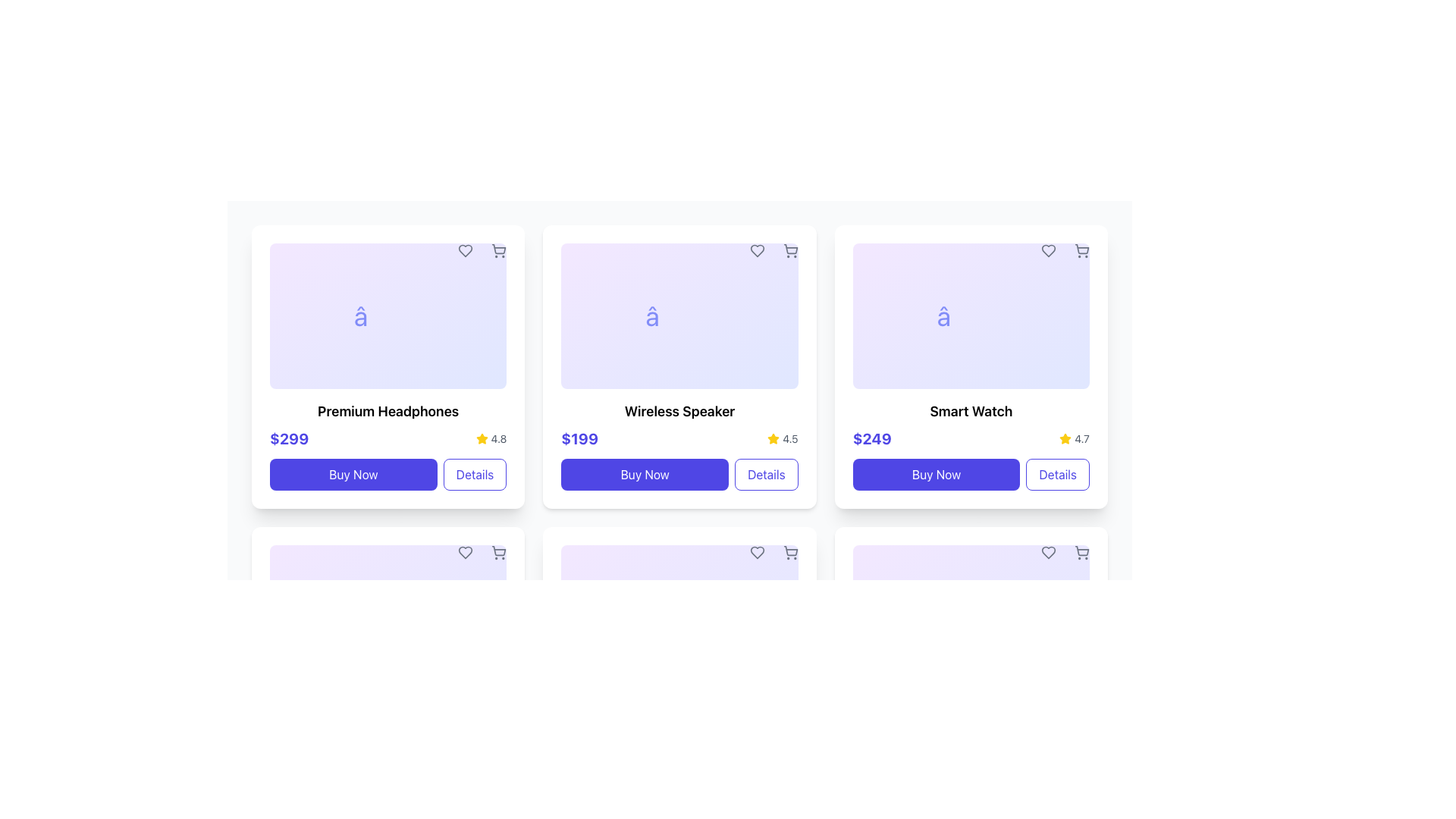 The image size is (1456, 819). What do you see at coordinates (1065, 438) in the screenshot?
I see `the star icon located in the upper-right corner of the 'Smart Watch' product card, adjacent to the heart and shopping cart icons` at bounding box center [1065, 438].